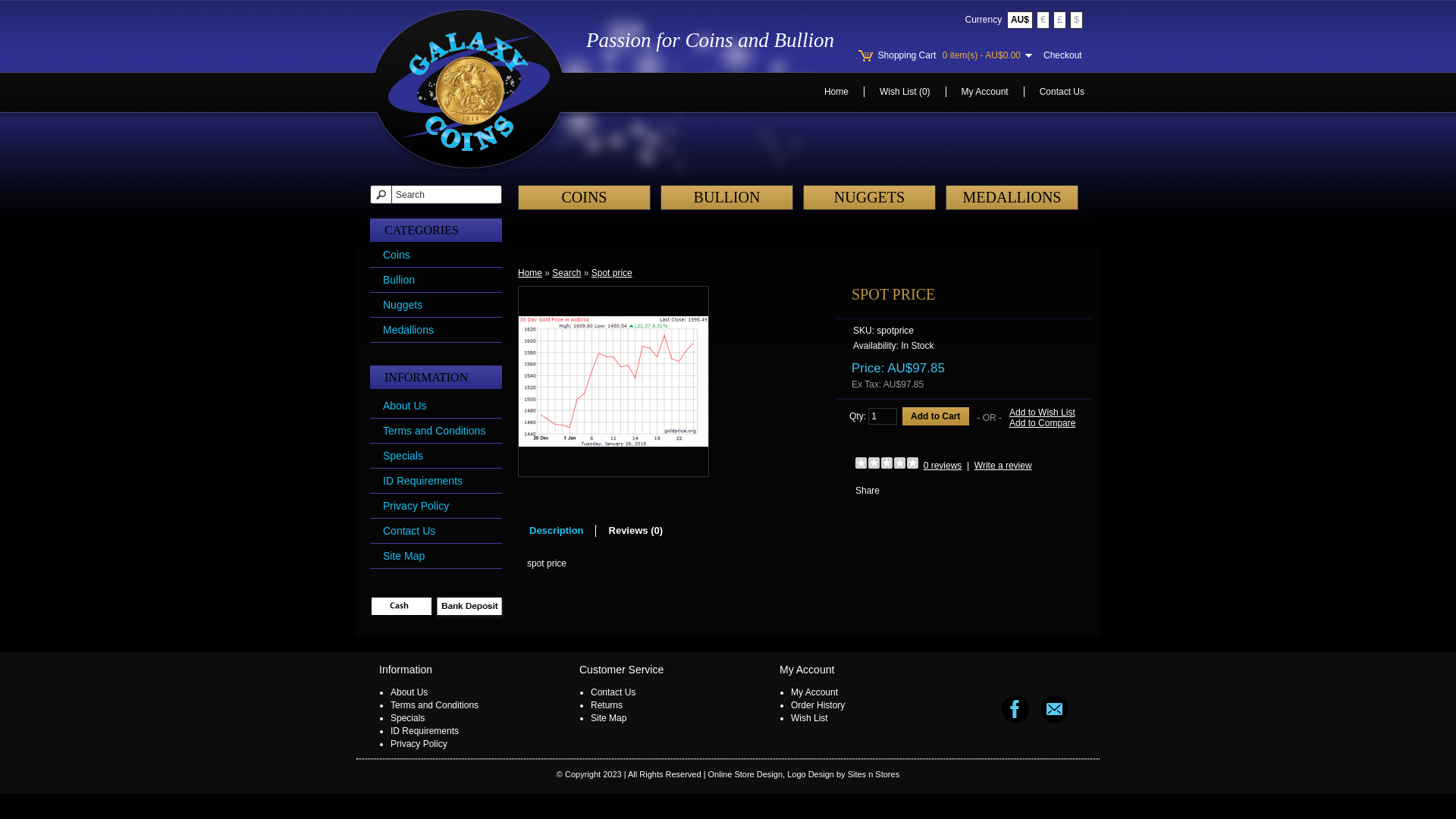 The image size is (1456, 819). I want to click on 'AU$', so click(1019, 20).